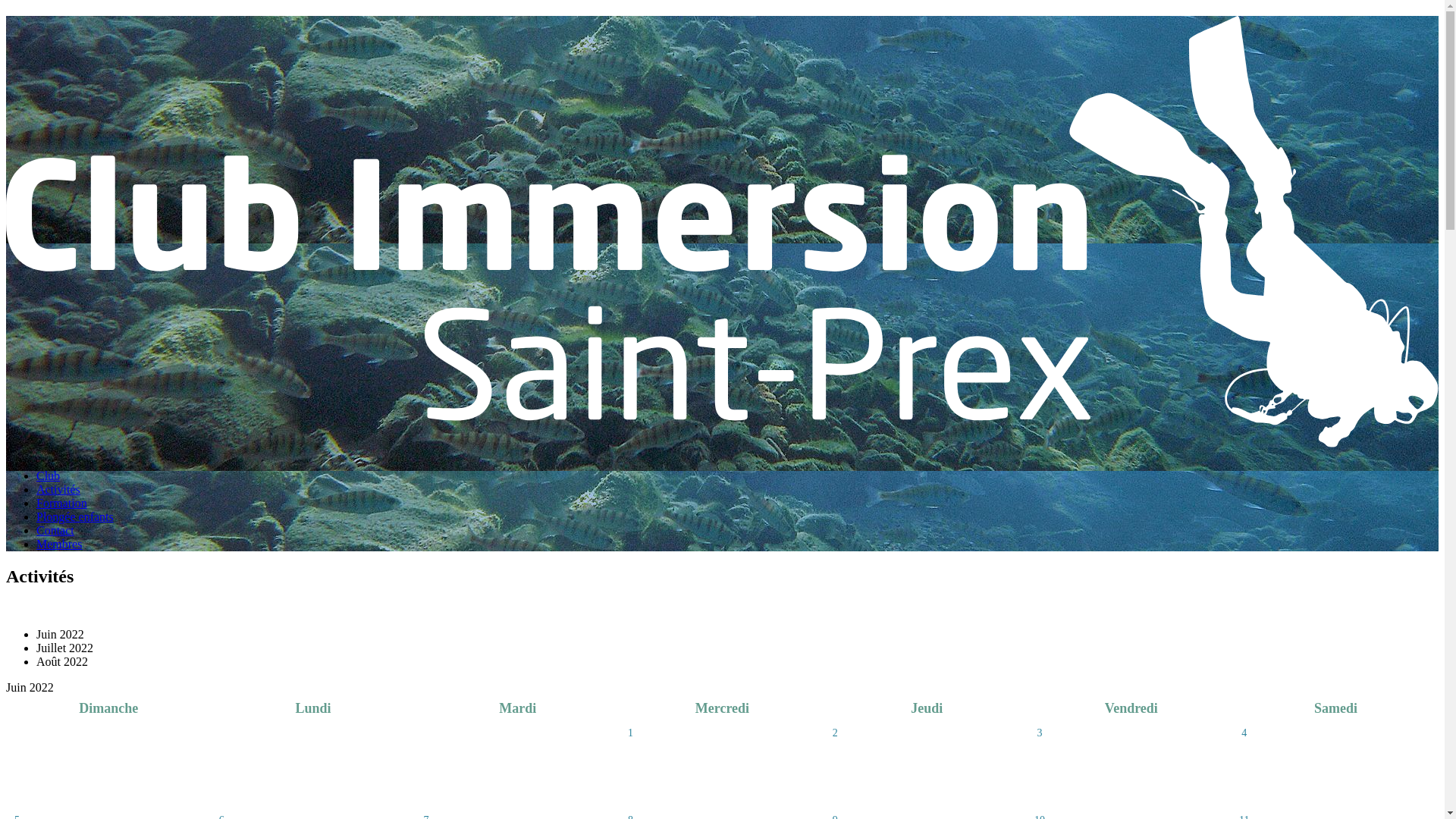 Image resolution: width=1456 pixels, height=819 pixels. What do you see at coordinates (55, 529) in the screenshot?
I see `'Contact'` at bounding box center [55, 529].